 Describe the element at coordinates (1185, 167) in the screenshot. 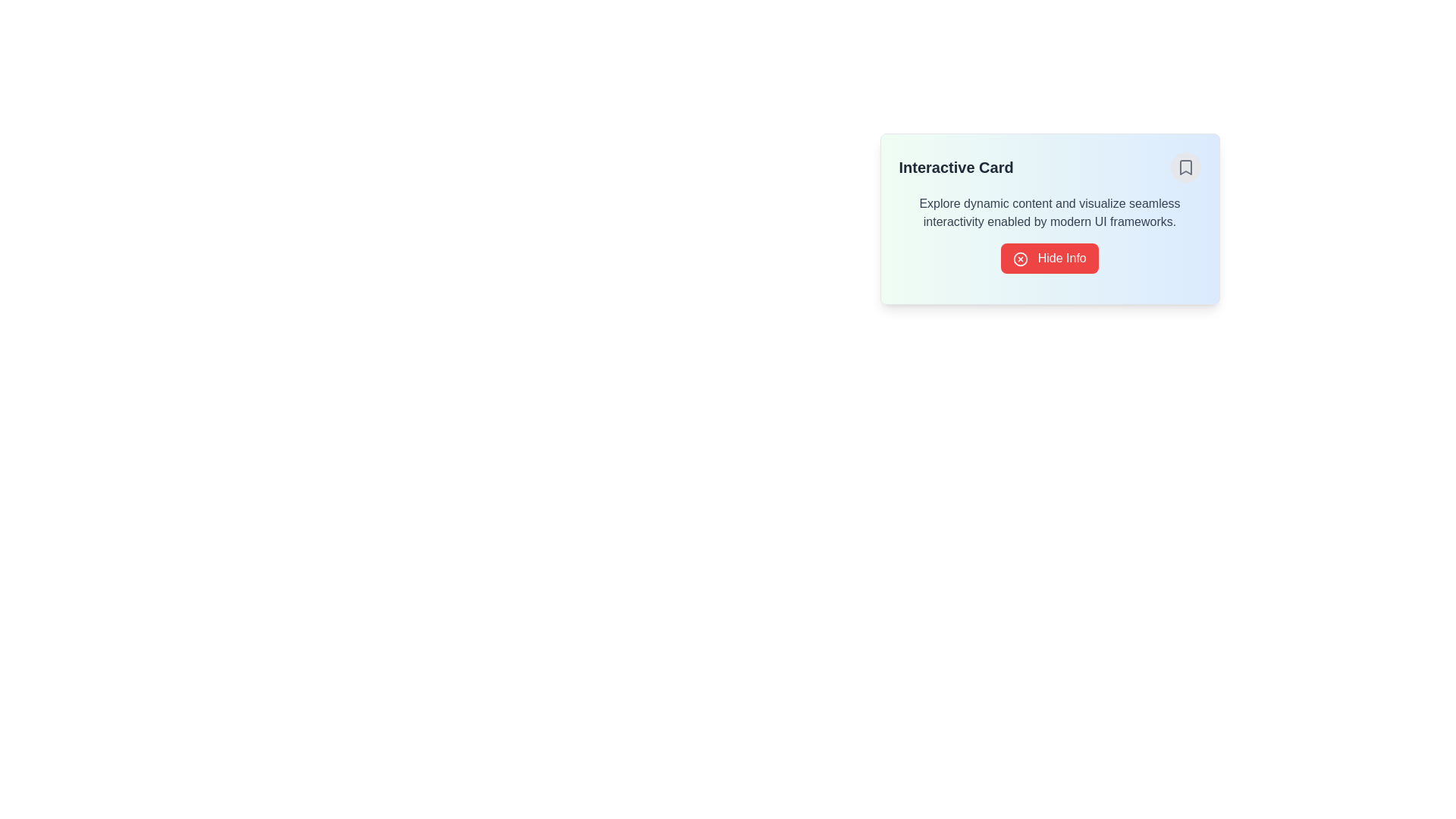

I see `the rounded square button with a light gray background and a bookmark icon located at the top-right corner of the 'Interactive Card'` at that location.